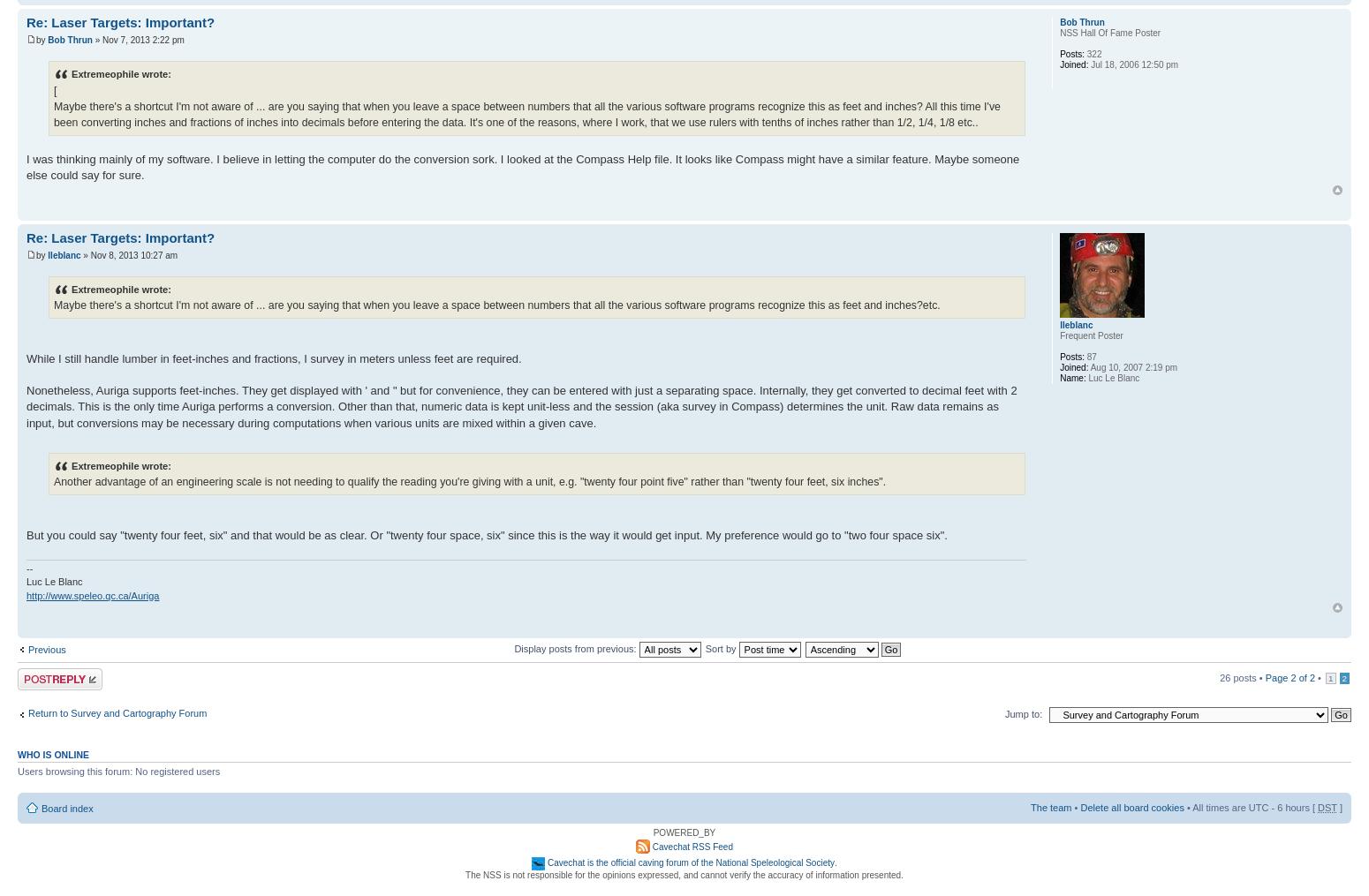  What do you see at coordinates (28, 567) in the screenshot?
I see `'--'` at bounding box center [28, 567].